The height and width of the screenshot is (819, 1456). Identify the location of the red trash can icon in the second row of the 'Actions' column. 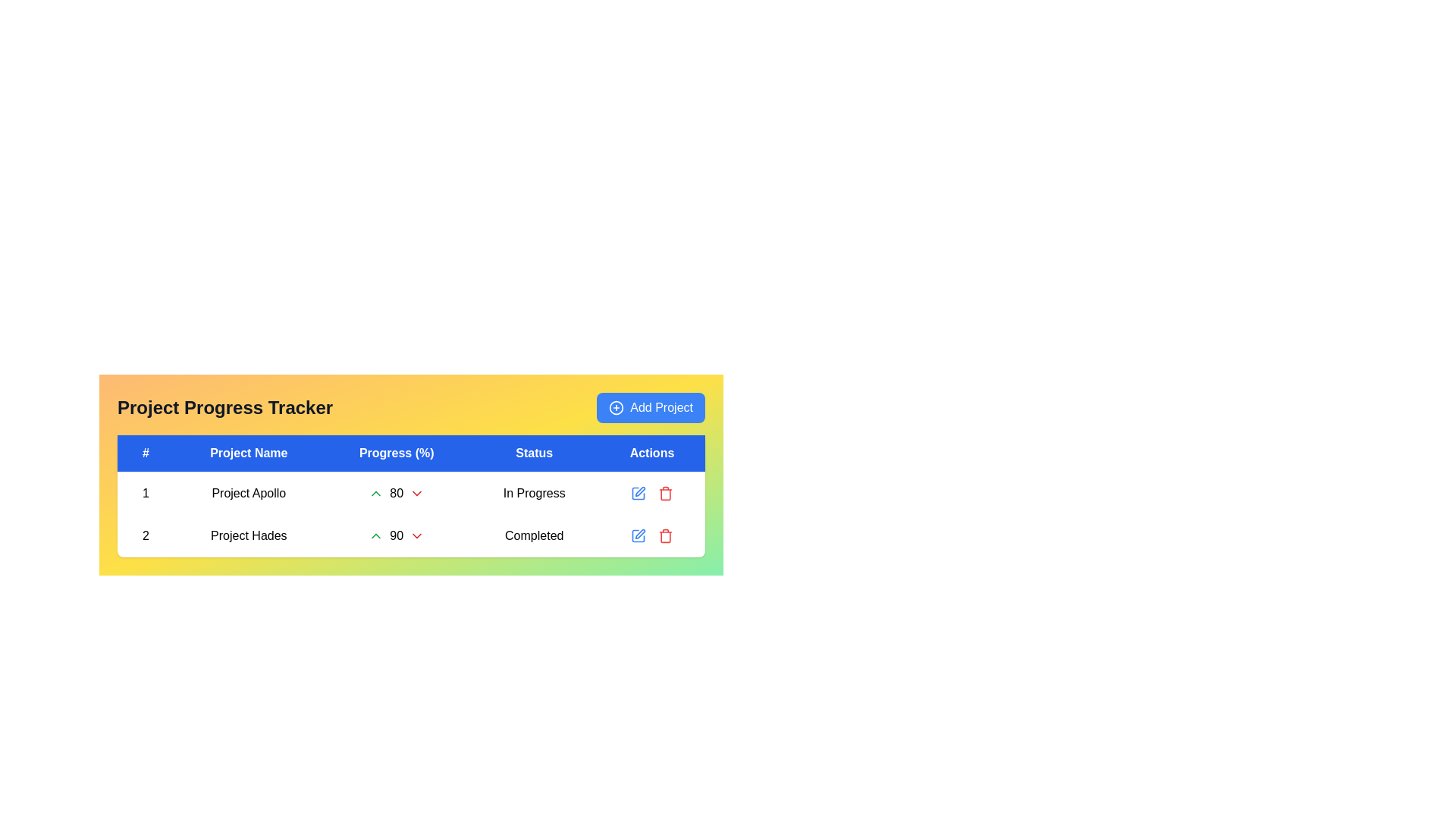
(666, 494).